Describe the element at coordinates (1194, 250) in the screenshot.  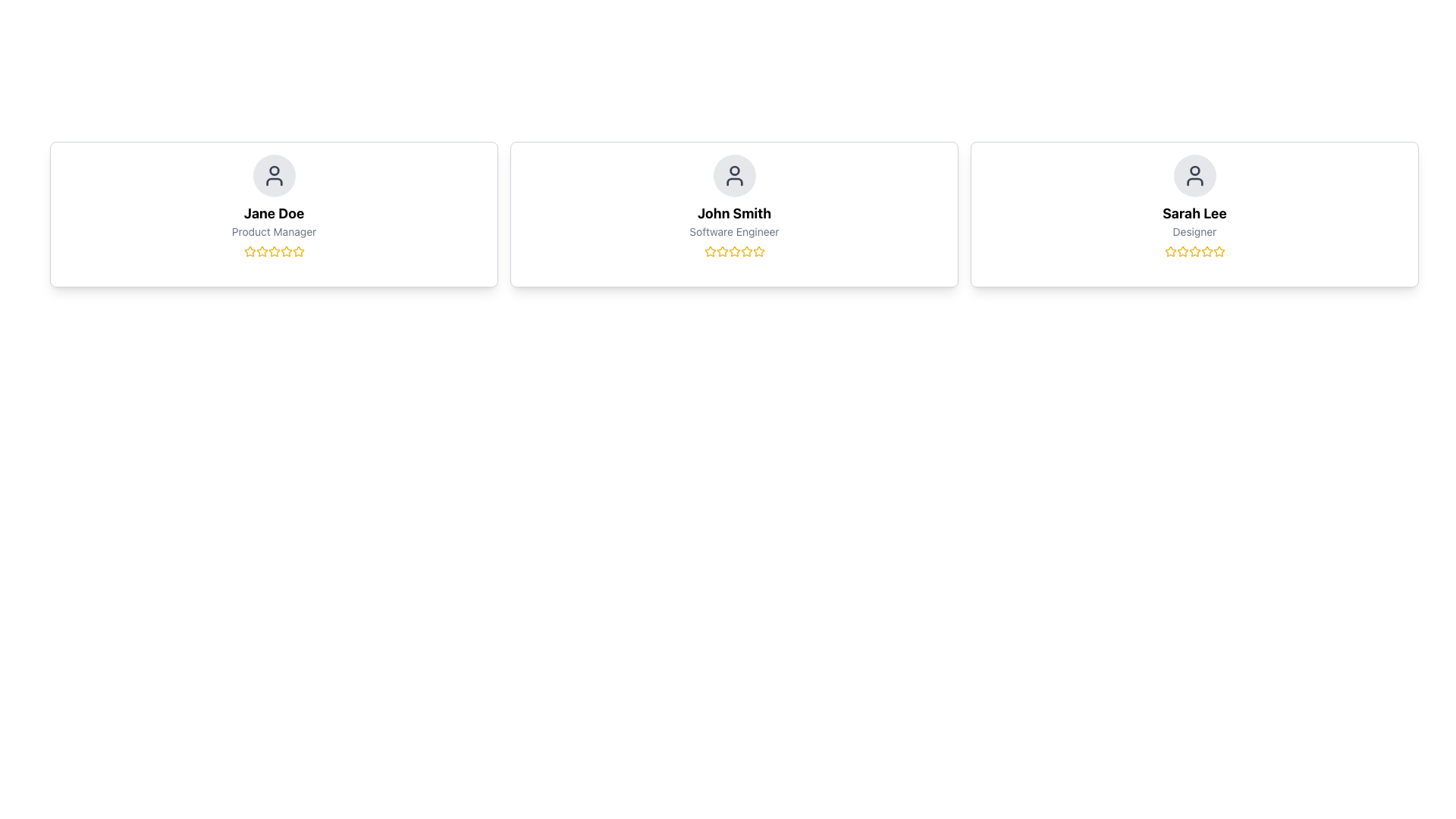
I see `the third star in the 5-star rating system on Sarah Lee's profile card` at that location.